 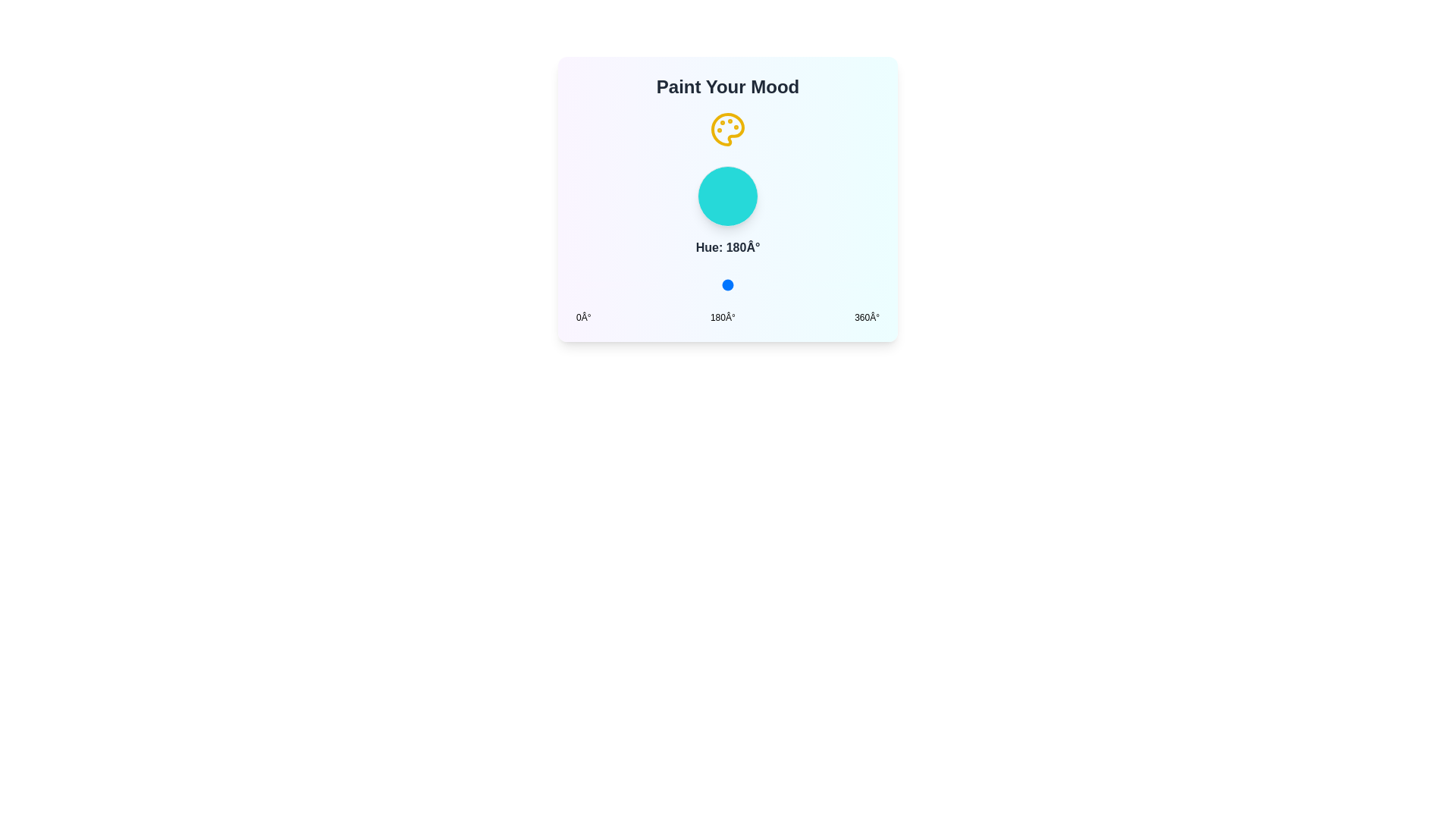 What do you see at coordinates (772, 284) in the screenshot?
I see `the hue slider to set the hue to 233 degrees` at bounding box center [772, 284].